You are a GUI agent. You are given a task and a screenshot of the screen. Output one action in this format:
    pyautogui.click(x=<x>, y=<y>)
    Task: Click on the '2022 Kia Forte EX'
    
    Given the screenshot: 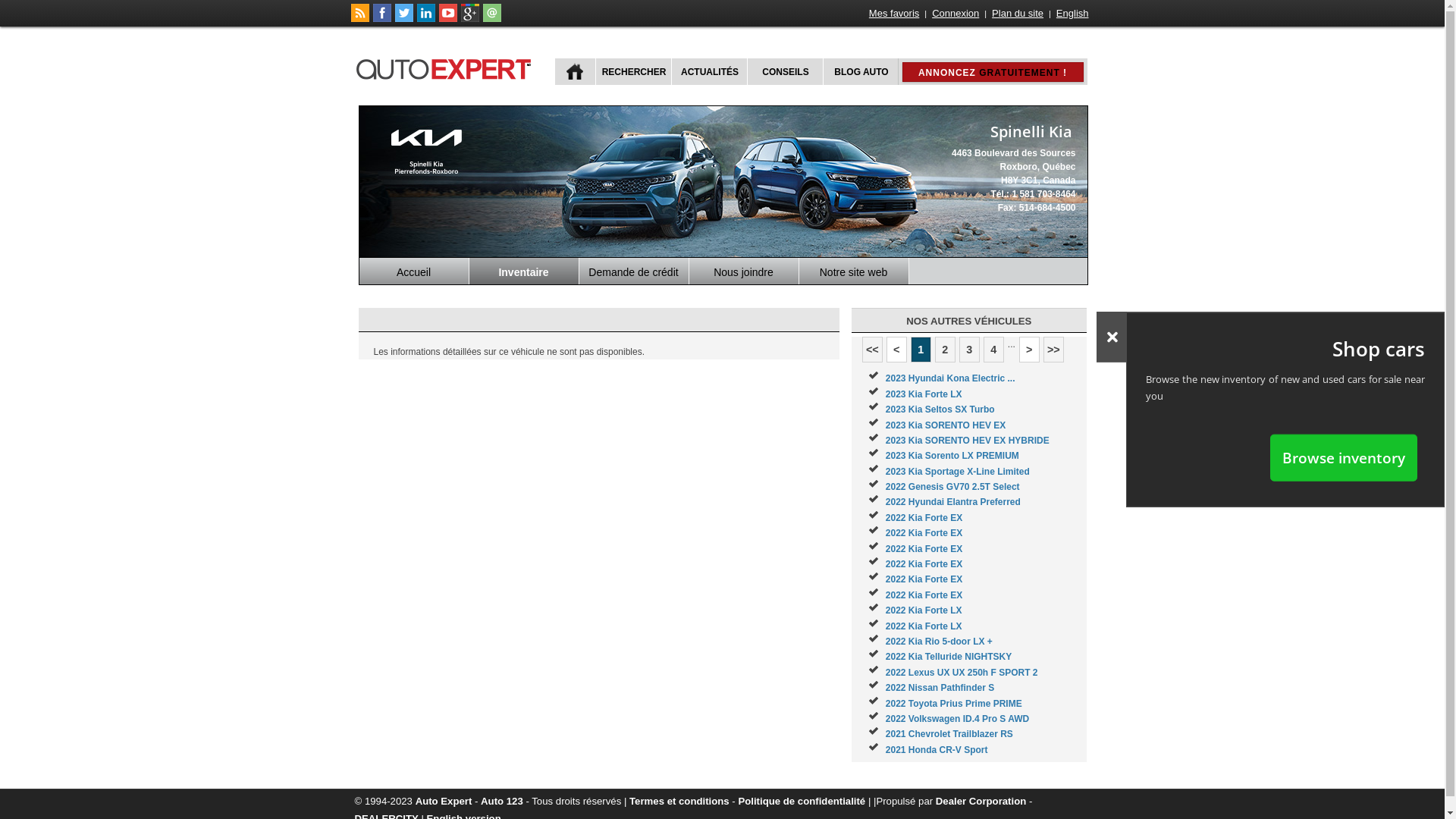 What is the action you would take?
    pyautogui.click(x=923, y=532)
    